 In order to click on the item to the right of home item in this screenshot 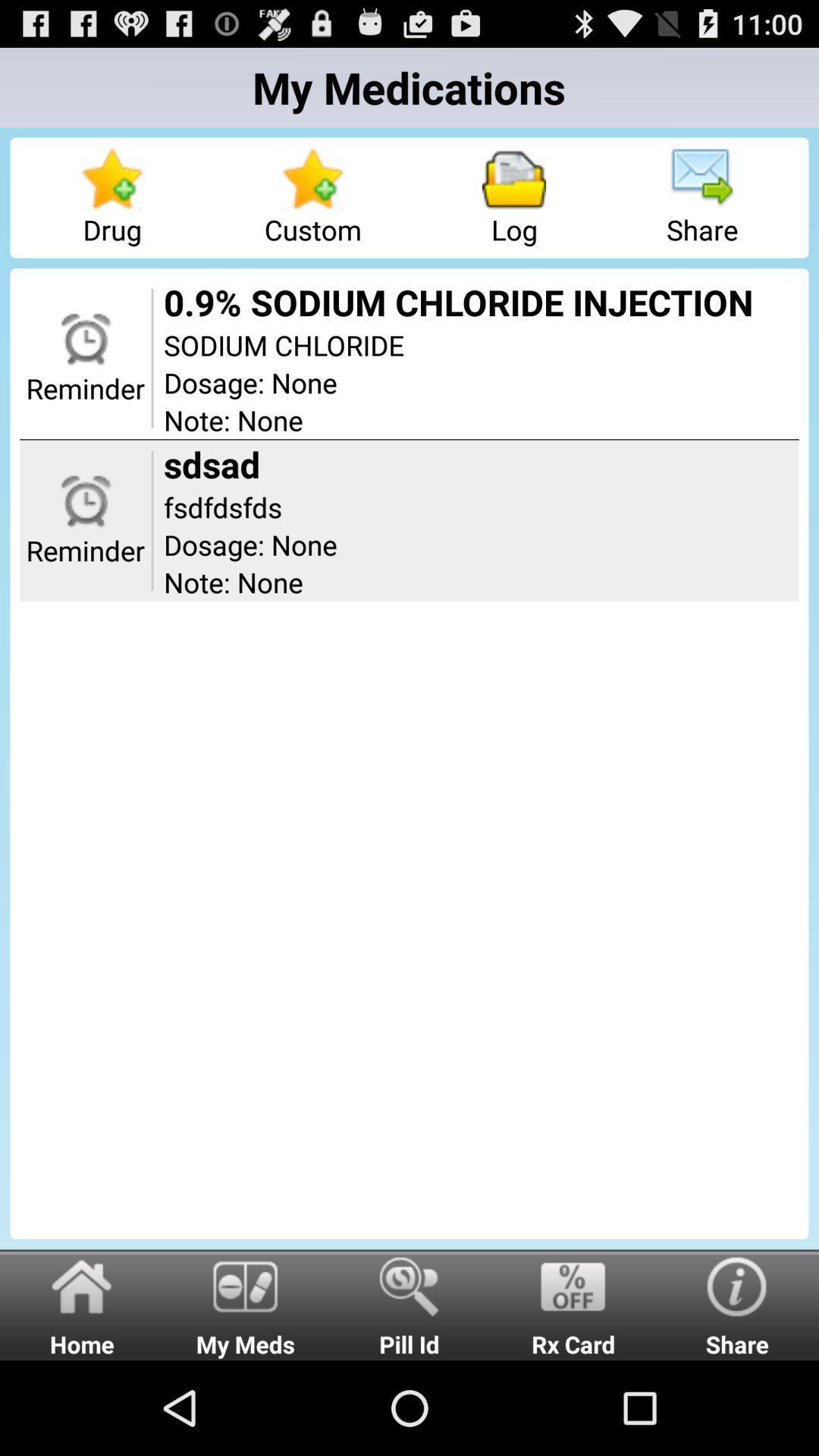, I will do `click(245, 1304)`.